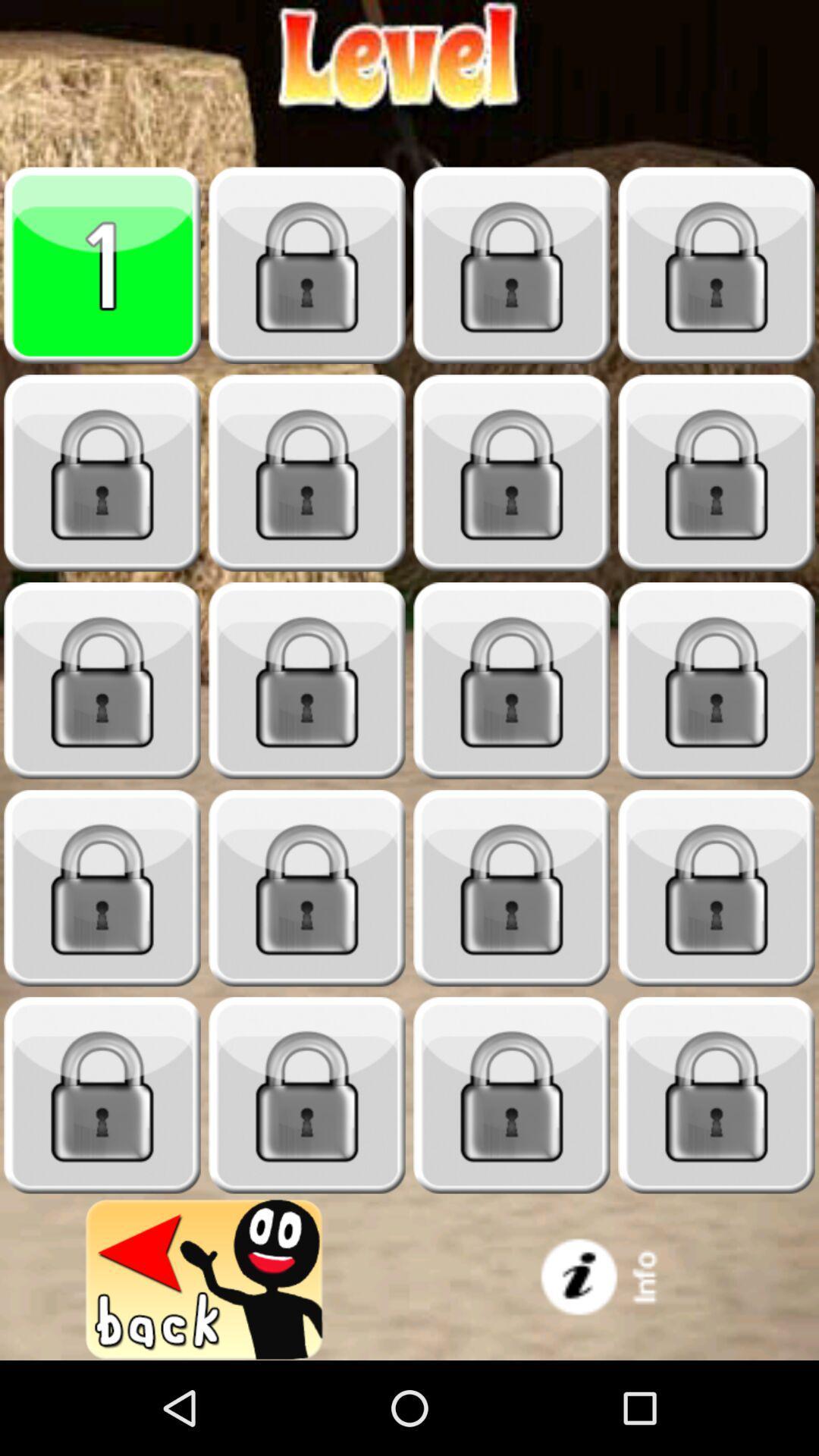 The width and height of the screenshot is (819, 1456). What do you see at coordinates (717, 888) in the screenshot?
I see `lock option` at bounding box center [717, 888].